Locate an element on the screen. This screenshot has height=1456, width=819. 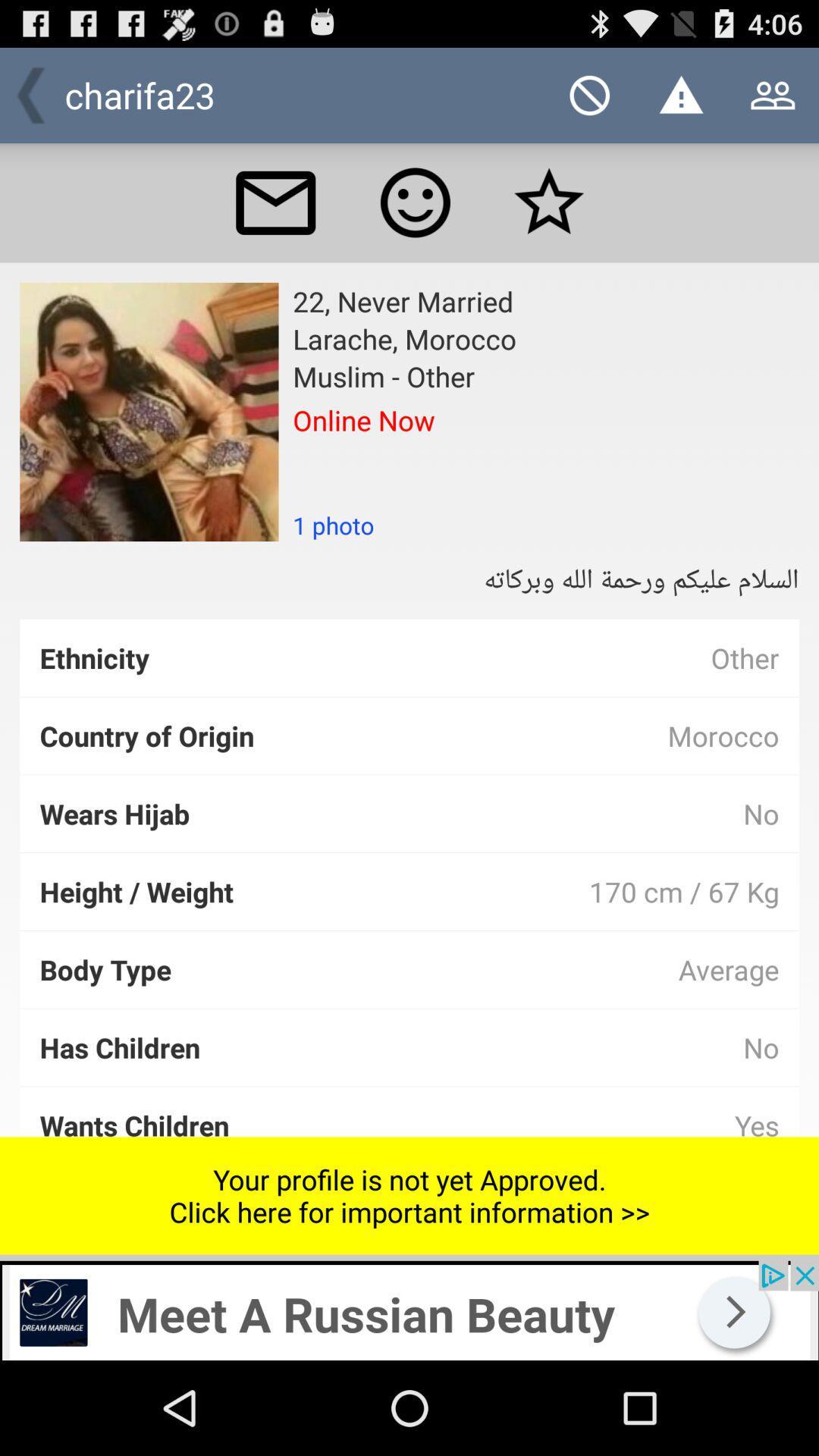
the advertisement is located at coordinates (409, 1310).